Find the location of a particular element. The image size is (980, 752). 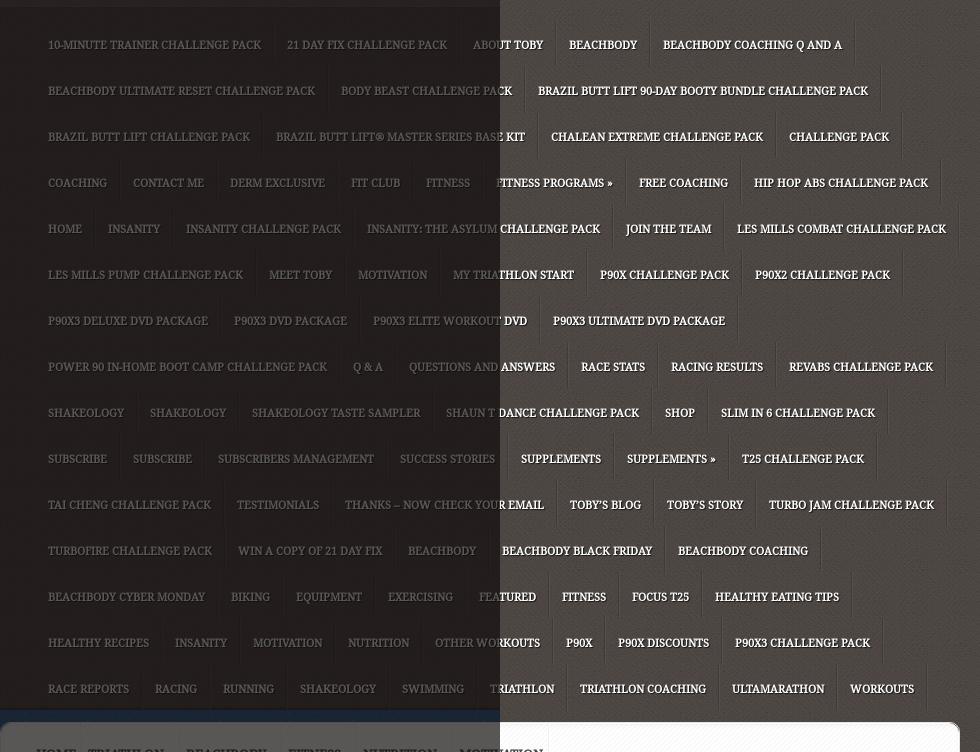

'P90X Challenge Pack' is located at coordinates (664, 275).